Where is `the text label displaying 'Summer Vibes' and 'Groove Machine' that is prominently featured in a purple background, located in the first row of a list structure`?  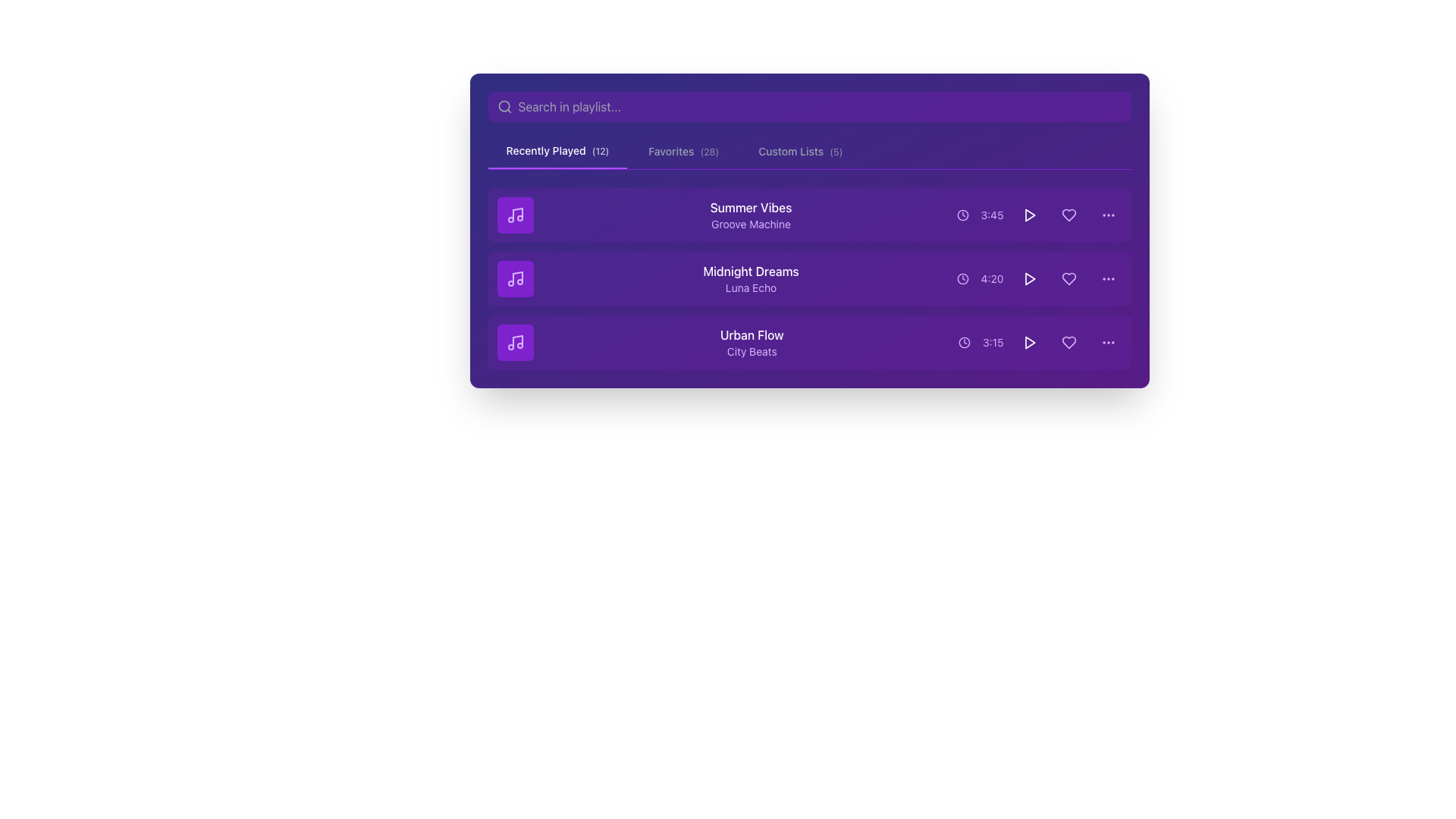
the text label displaying 'Summer Vibes' and 'Groove Machine' that is prominently featured in a purple background, located in the first row of a list structure is located at coordinates (751, 215).